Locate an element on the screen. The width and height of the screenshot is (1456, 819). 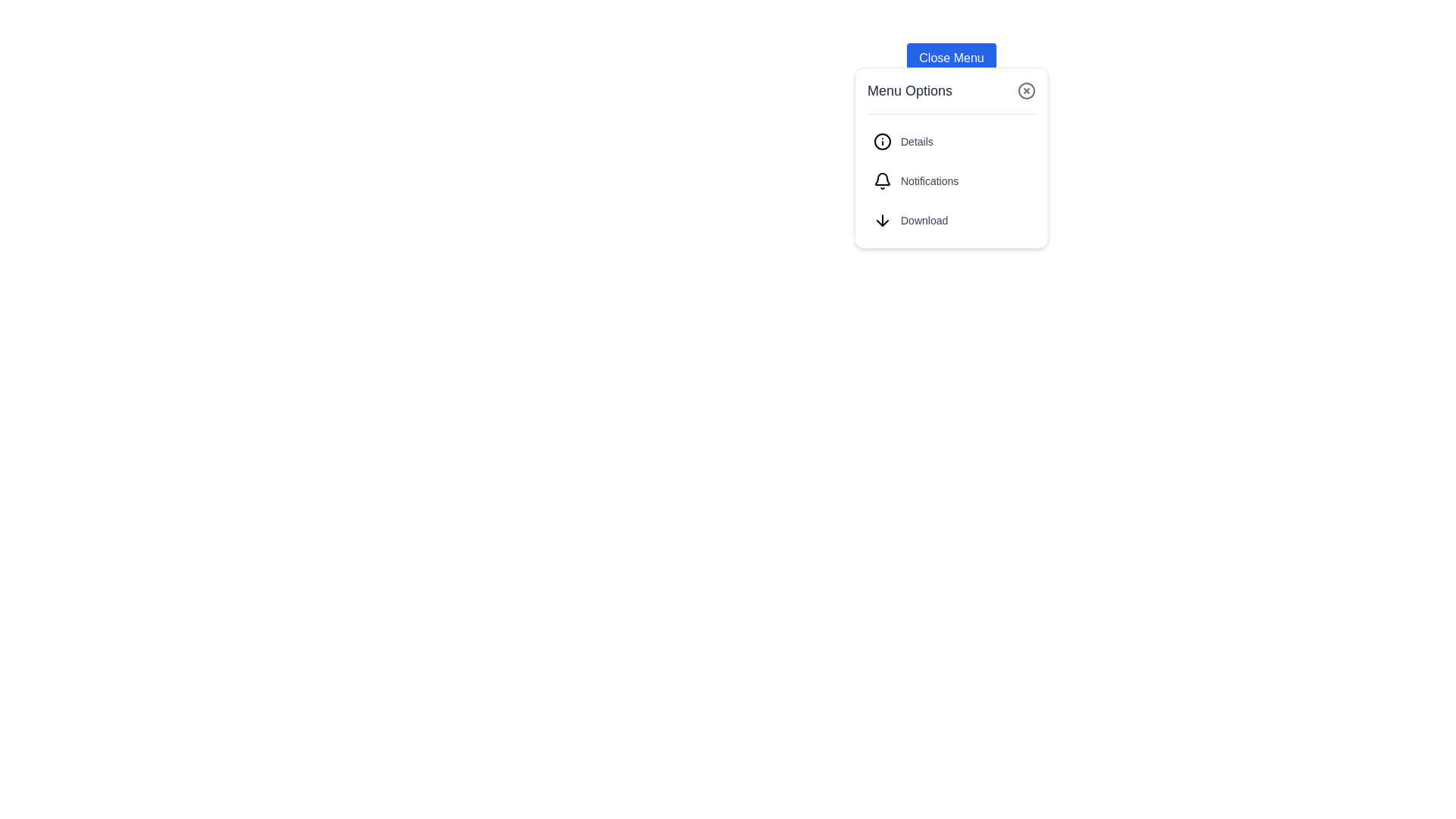
the close button icon located in the upper-right corner of the 'Menu Options' box, which is represented by a circular SVG graphic with a cross inside is located at coordinates (1026, 90).